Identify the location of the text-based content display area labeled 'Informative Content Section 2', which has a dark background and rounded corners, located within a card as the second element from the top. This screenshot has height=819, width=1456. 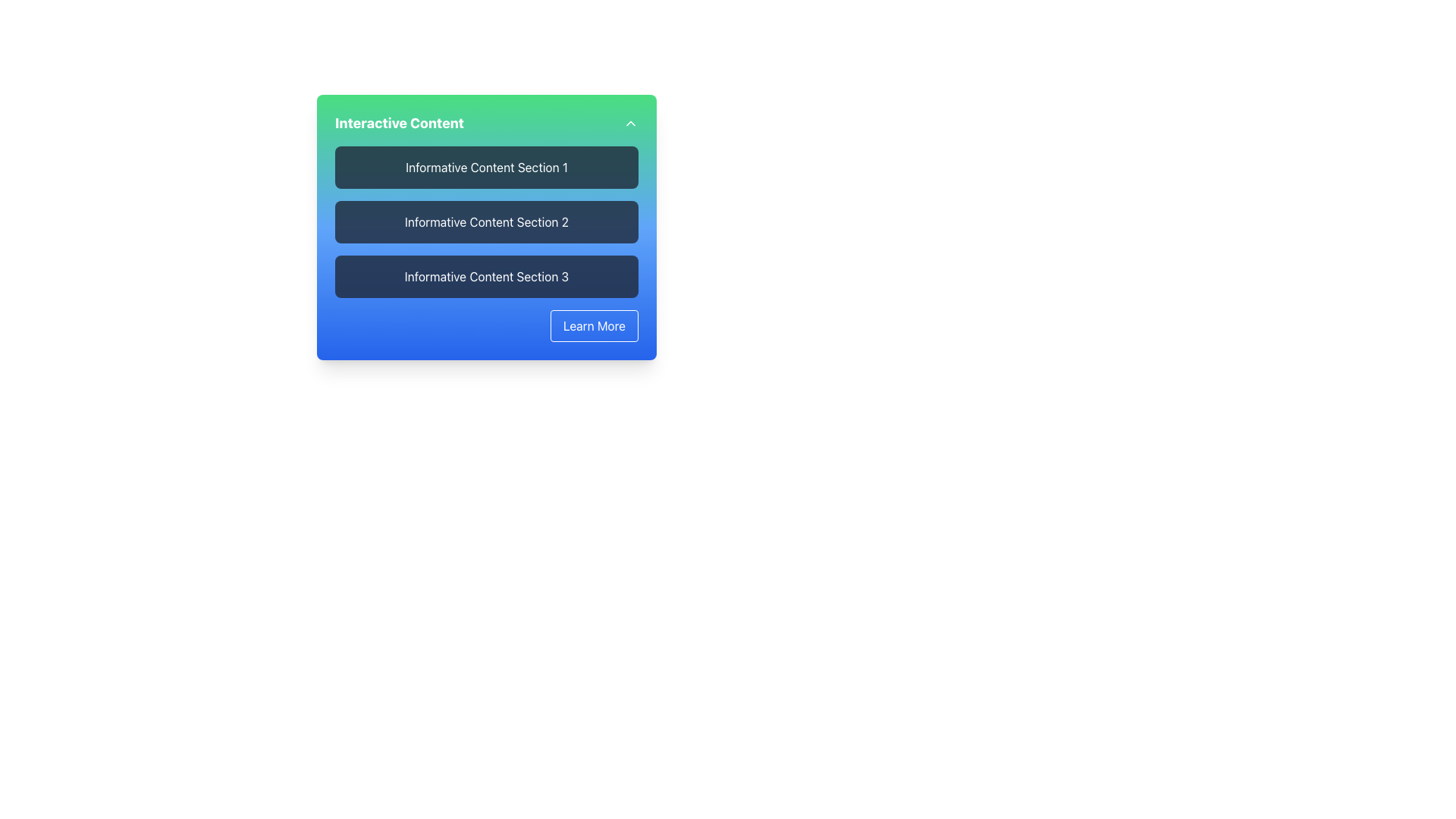
(487, 227).